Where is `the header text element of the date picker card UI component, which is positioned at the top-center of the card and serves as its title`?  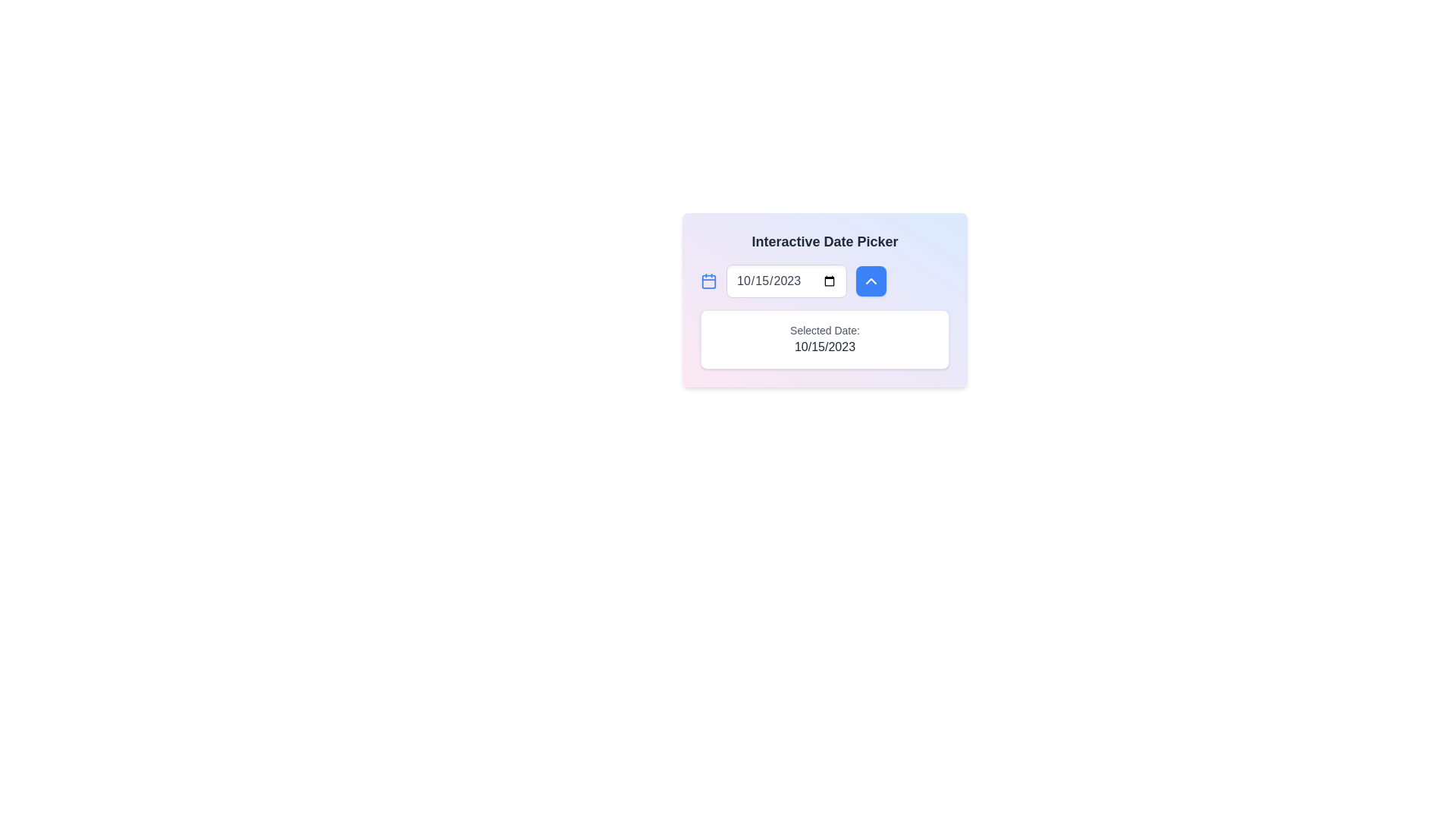
the header text element of the date picker card UI component, which is positioned at the top-center of the card and serves as its title is located at coordinates (824, 241).